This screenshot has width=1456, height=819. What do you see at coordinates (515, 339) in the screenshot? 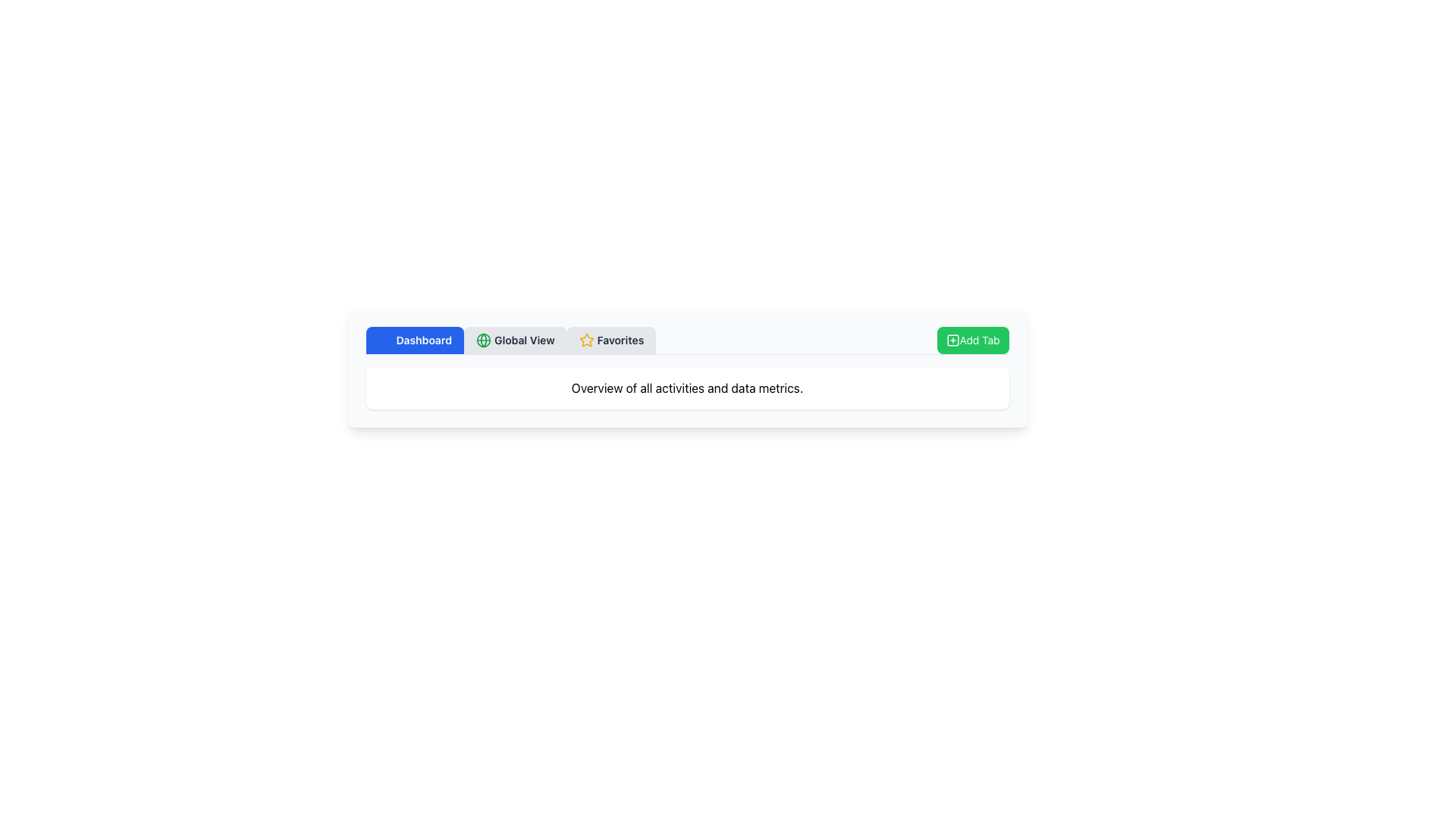
I see `the 'Global View' button` at bounding box center [515, 339].